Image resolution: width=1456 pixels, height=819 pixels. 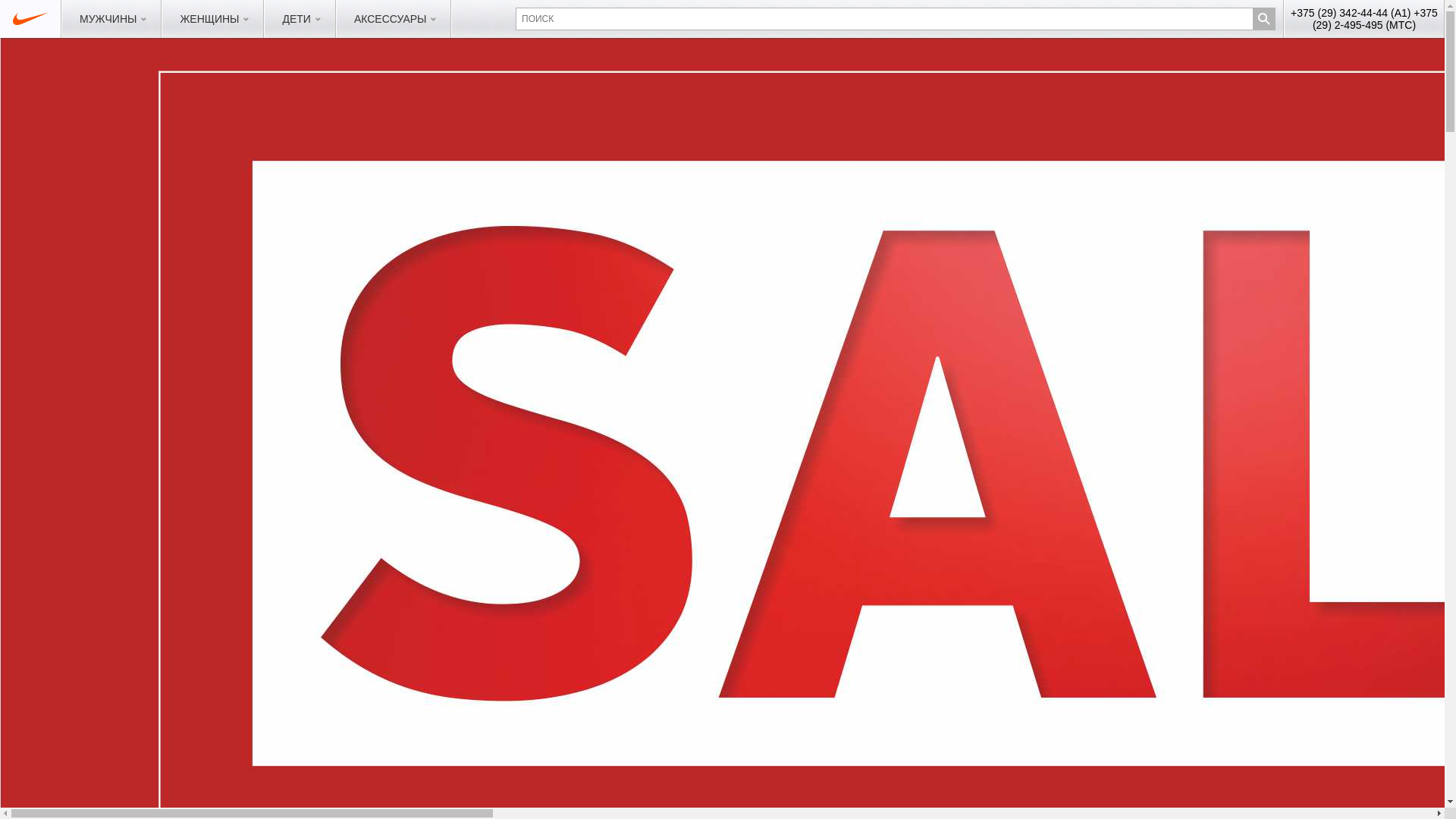 What do you see at coordinates (0, 18) in the screenshot?
I see `'sportmix.by'` at bounding box center [0, 18].